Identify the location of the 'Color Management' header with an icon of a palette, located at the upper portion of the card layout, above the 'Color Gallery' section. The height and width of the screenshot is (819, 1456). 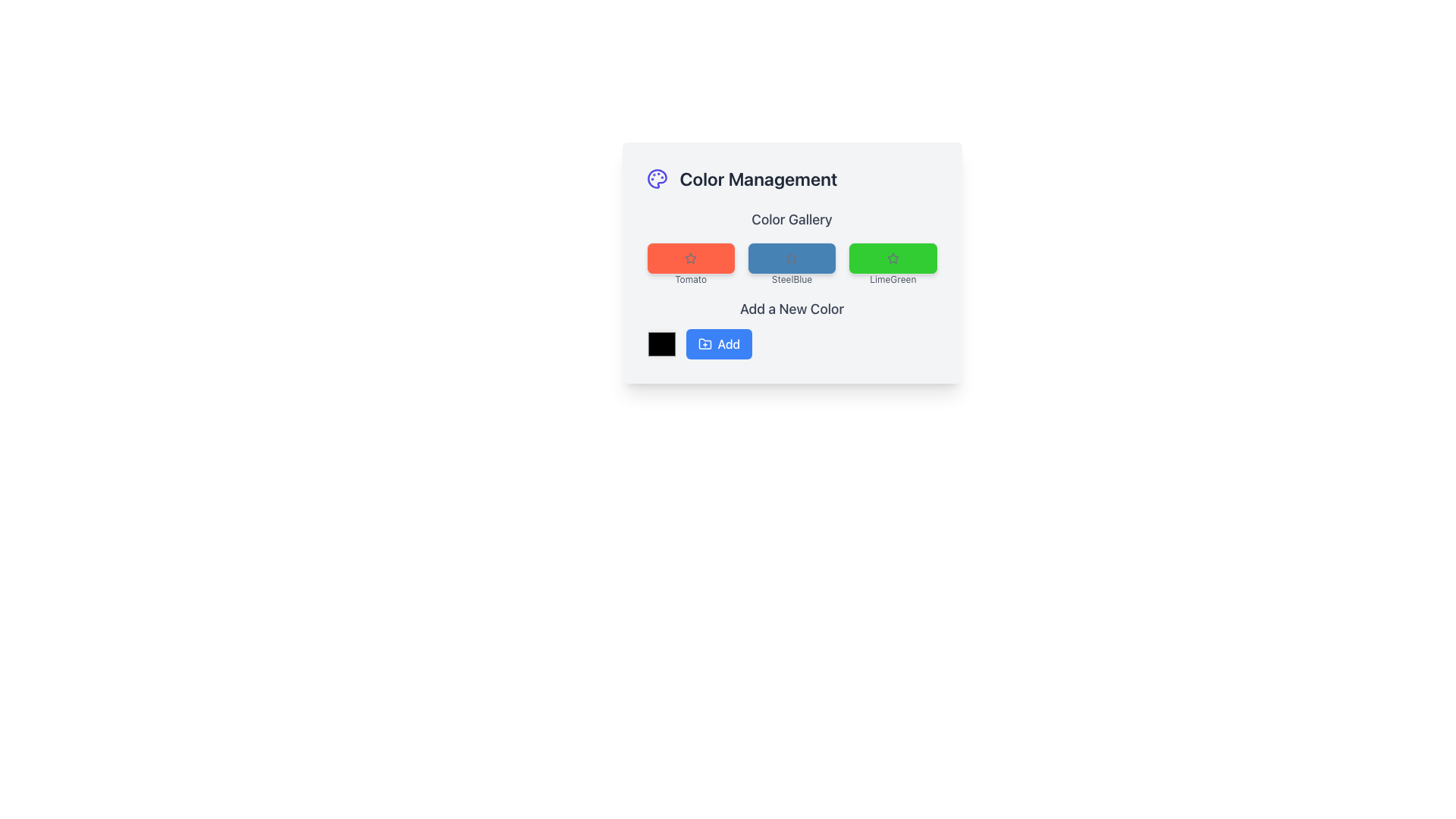
(791, 177).